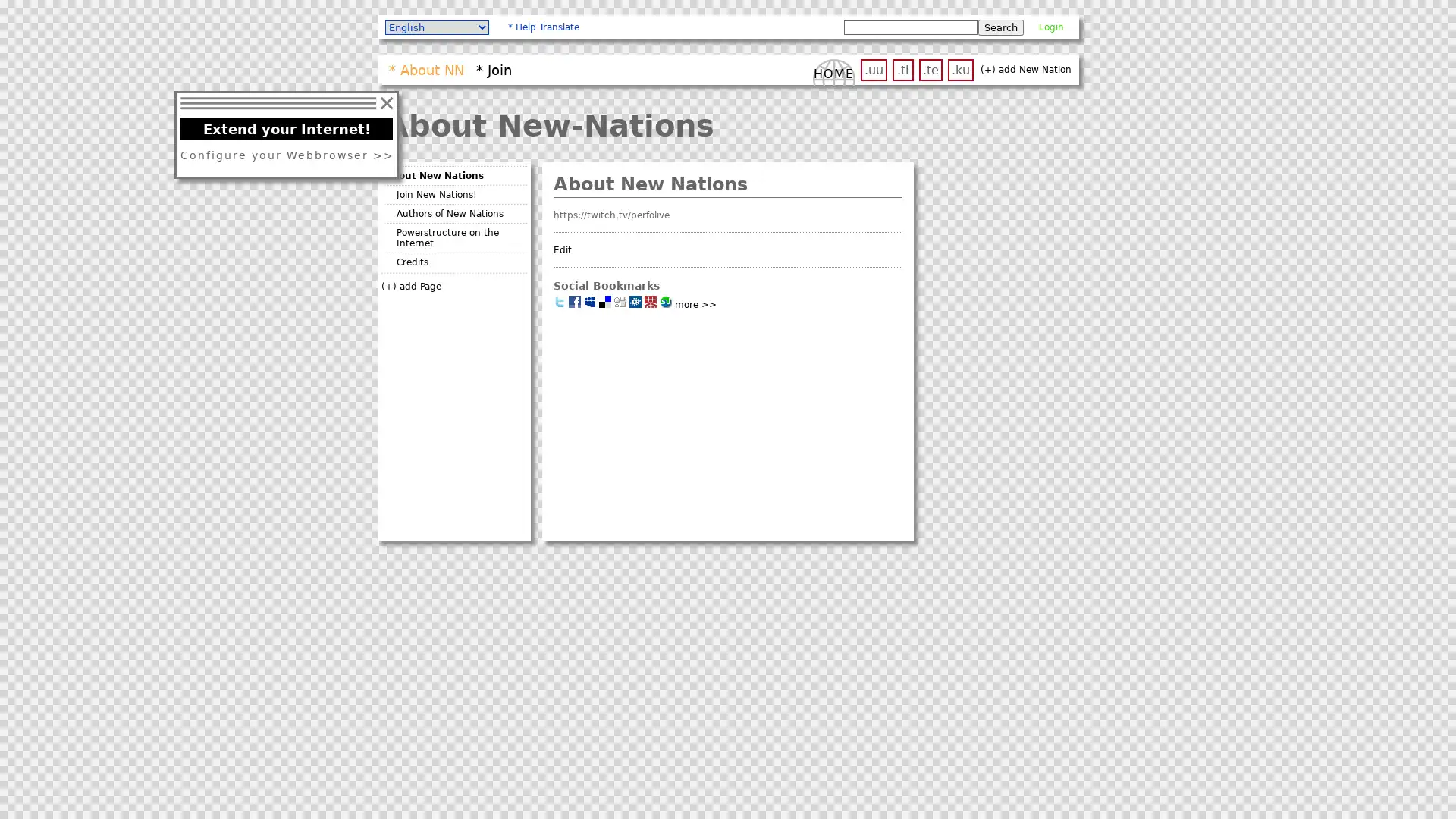 The width and height of the screenshot is (1456, 819). I want to click on Search, so click(1000, 27).